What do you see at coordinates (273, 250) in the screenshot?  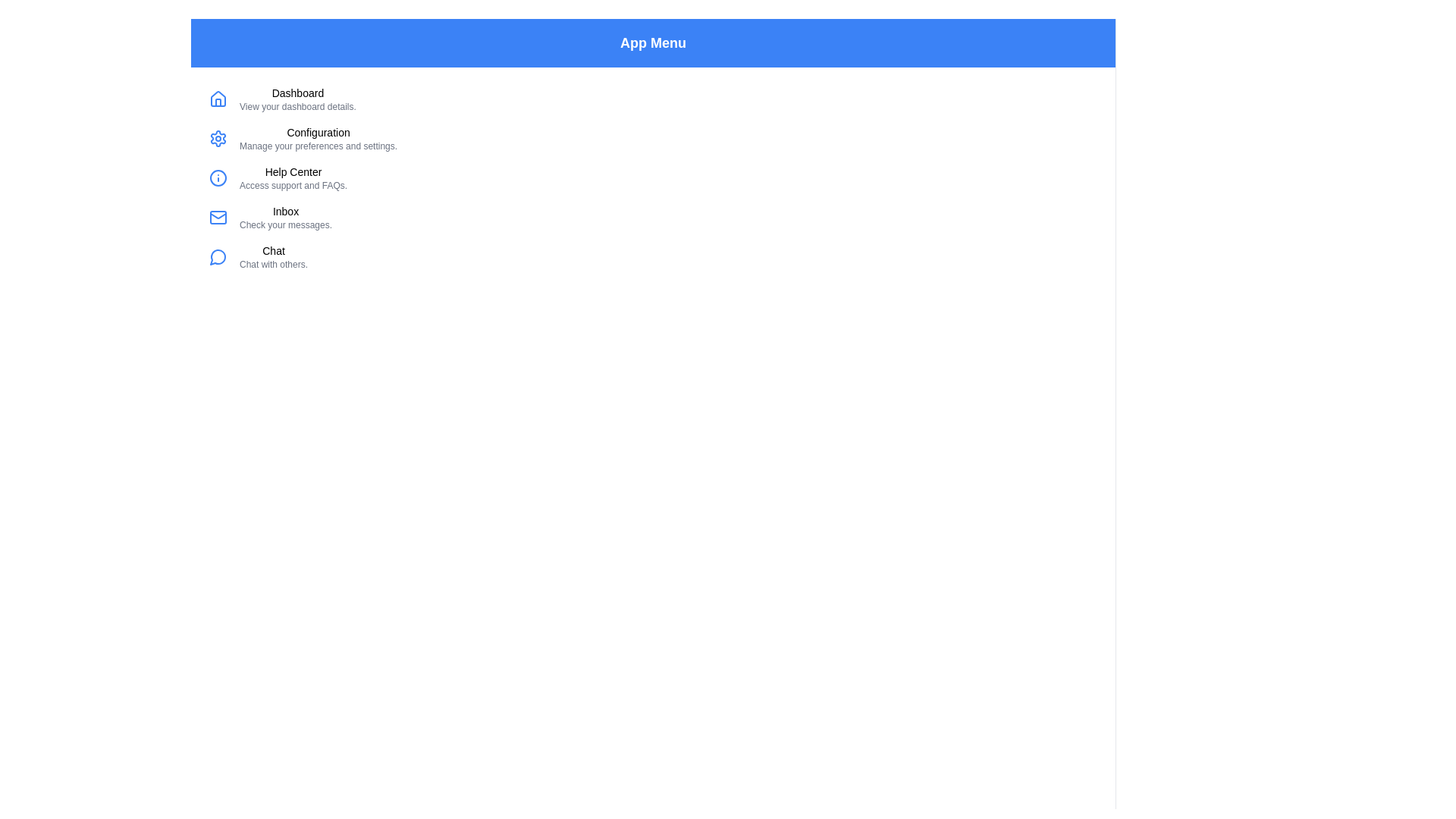 I see `text label that says 'Chat', which is styled in bold and located in the vertical menu of options` at bounding box center [273, 250].